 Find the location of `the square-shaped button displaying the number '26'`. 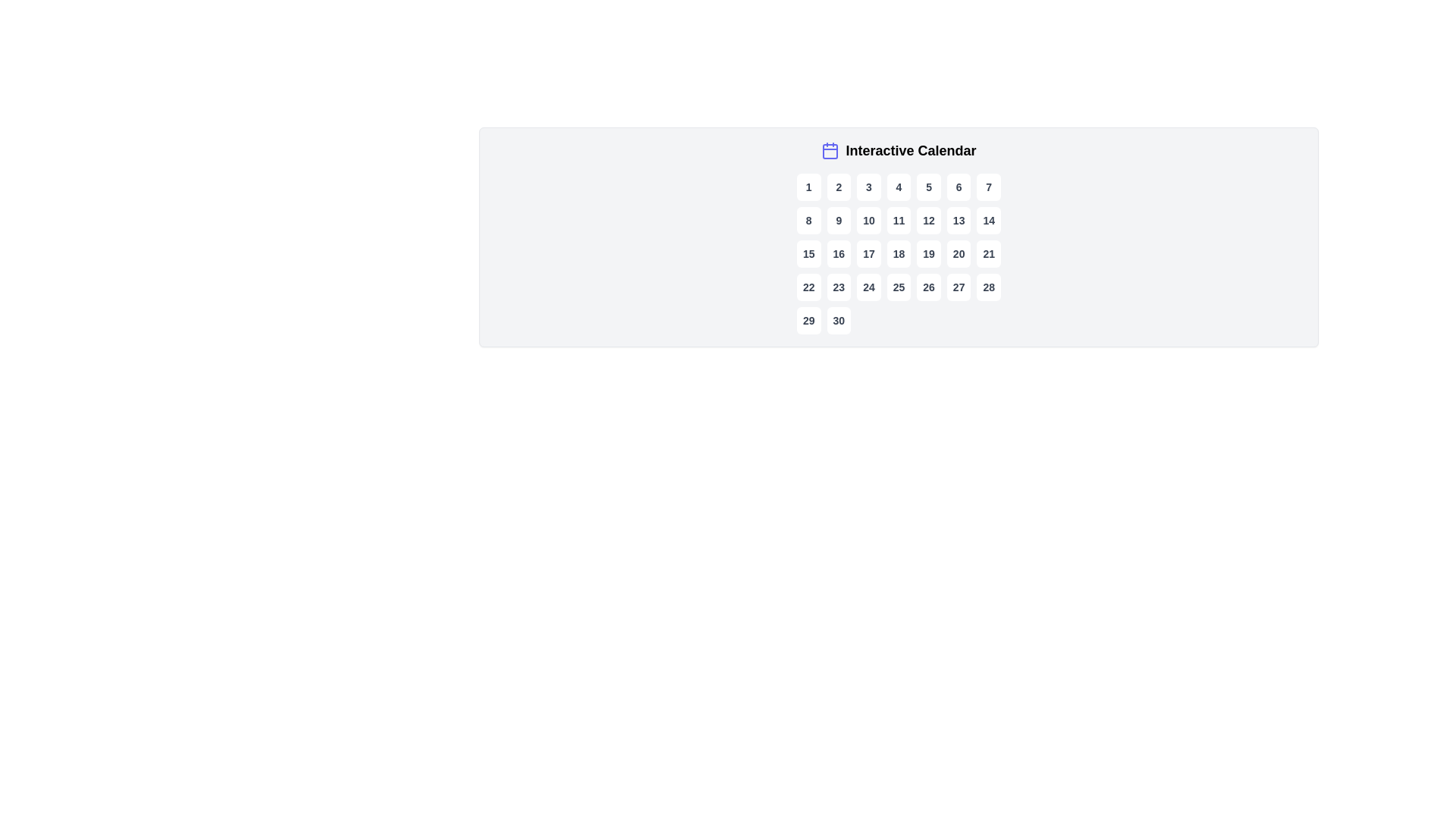

the square-shaped button displaying the number '26' is located at coordinates (928, 287).